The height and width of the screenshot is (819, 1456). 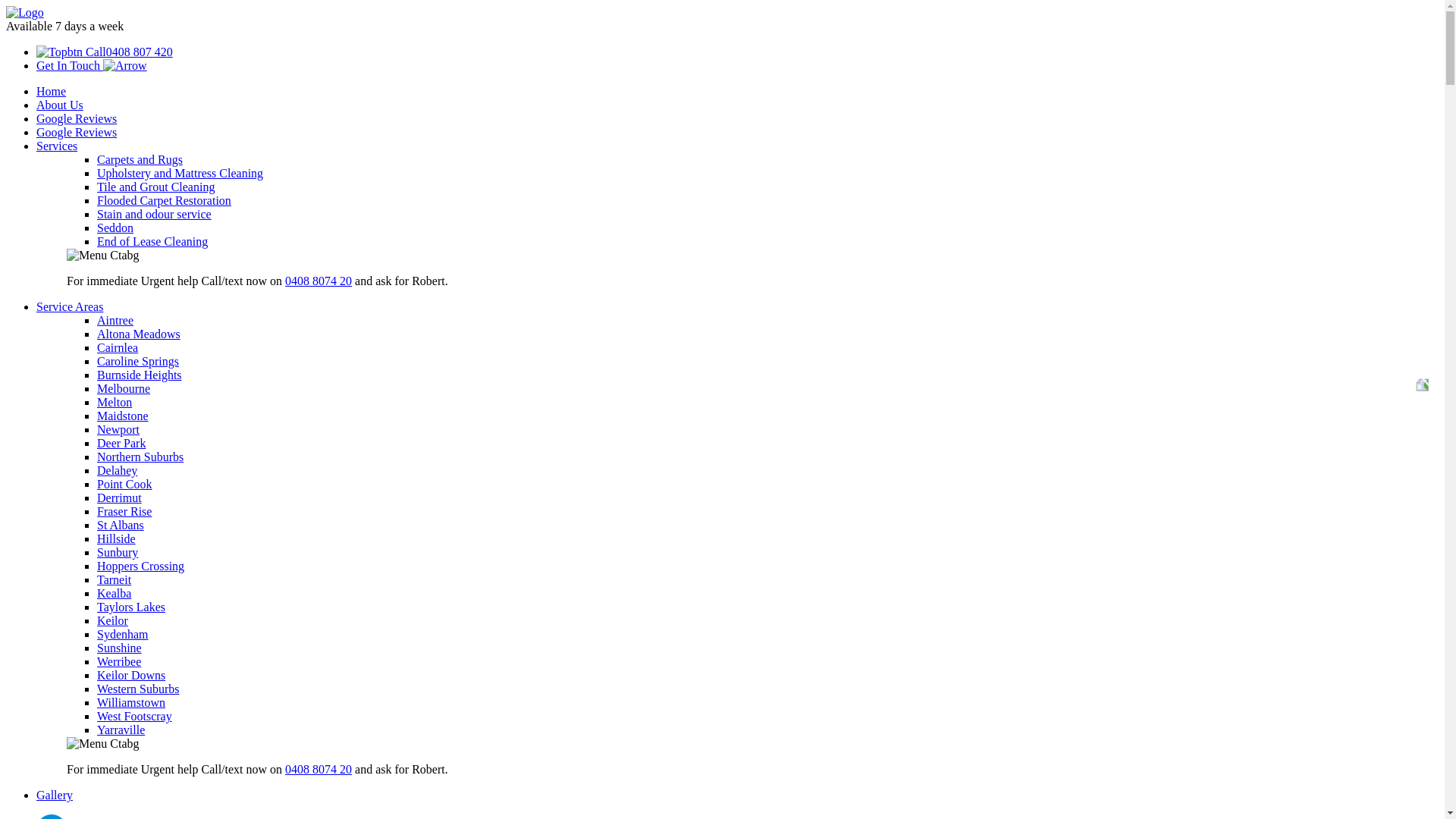 I want to click on '0408 8074 20', so click(x=318, y=281).